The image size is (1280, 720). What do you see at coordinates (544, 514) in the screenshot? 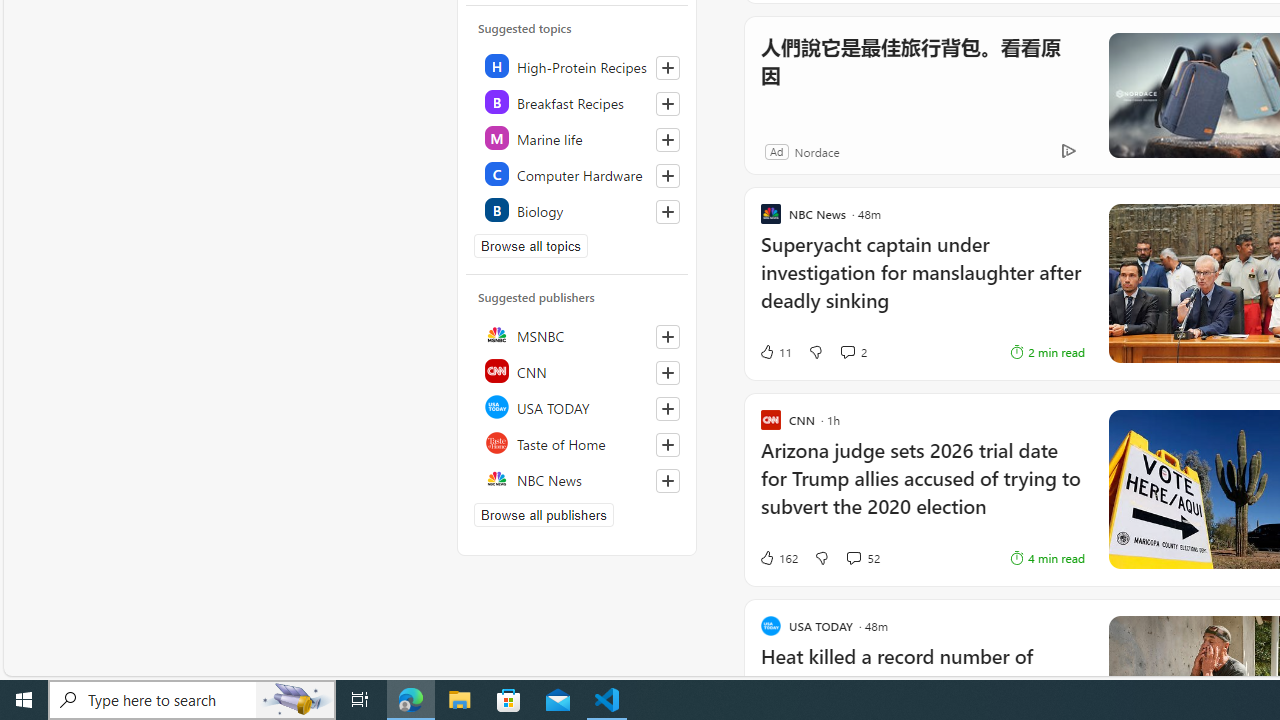
I see `'Browse all publishers'` at bounding box center [544, 514].